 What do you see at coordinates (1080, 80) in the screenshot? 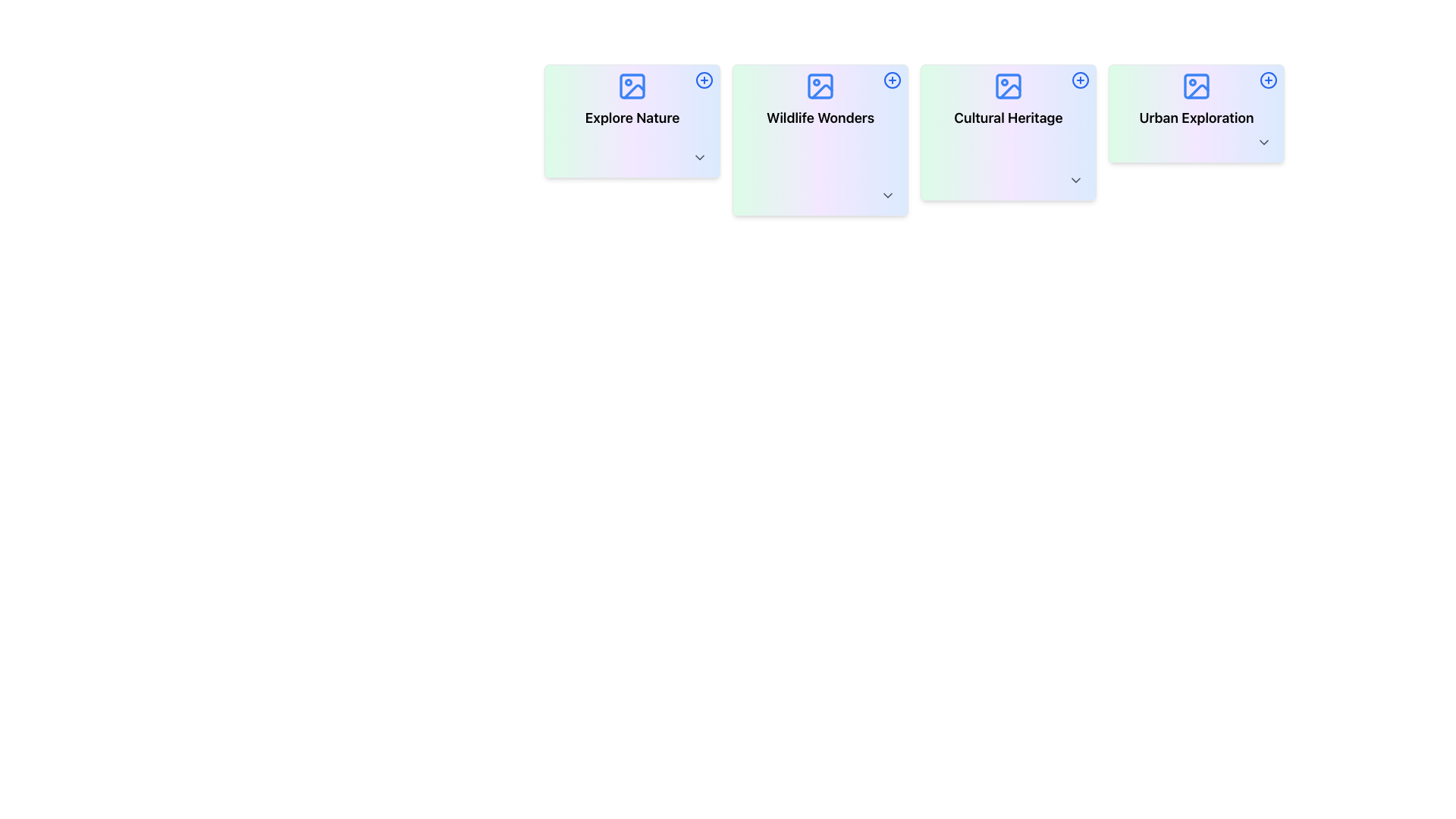
I see `the button located at the top-right corner of the 'Cultural Heritage' card` at bounding box center [1080, 80].